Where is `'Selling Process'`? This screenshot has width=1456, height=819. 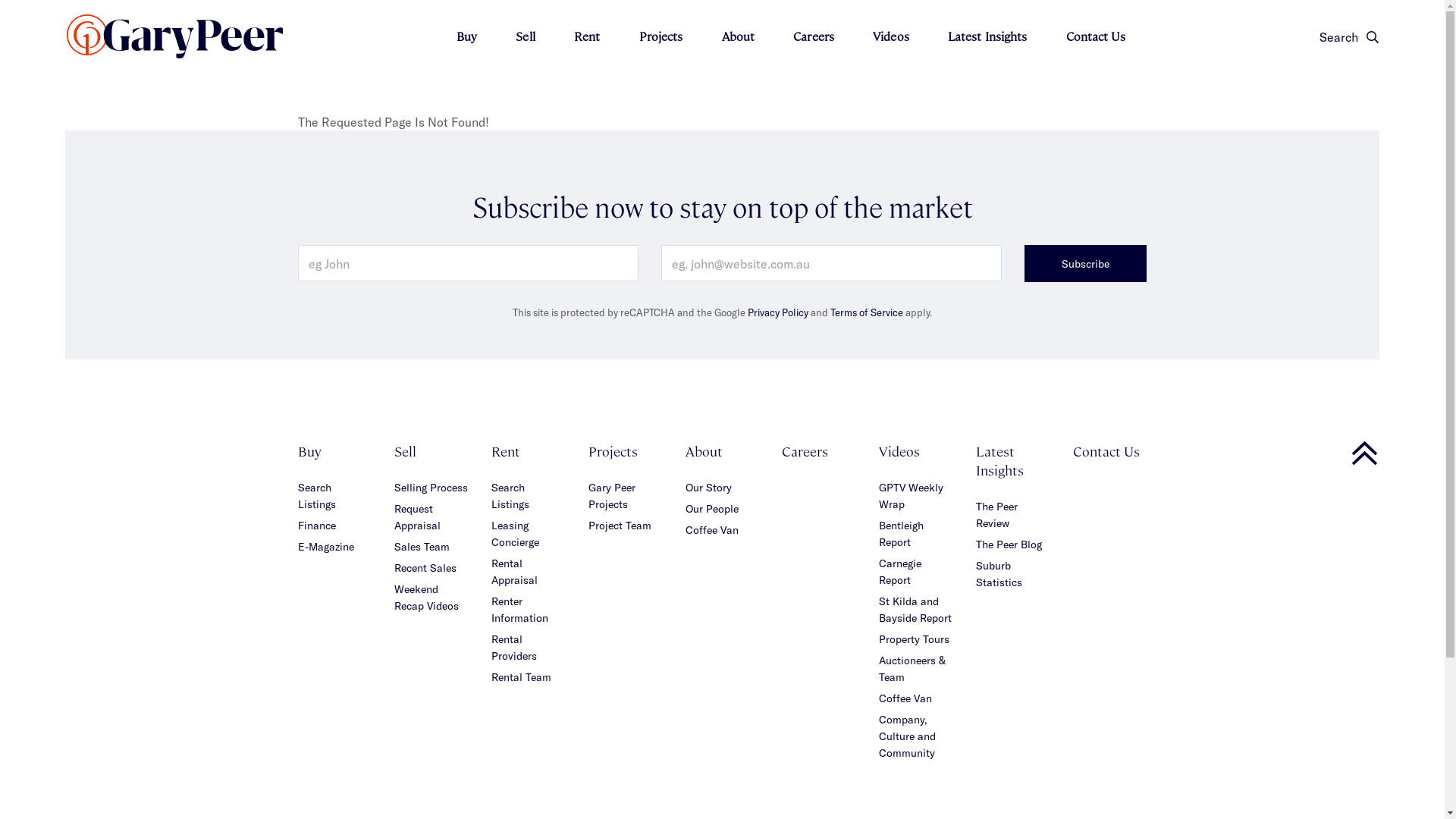 'Selling Process' is located at coordinates (394, 487).